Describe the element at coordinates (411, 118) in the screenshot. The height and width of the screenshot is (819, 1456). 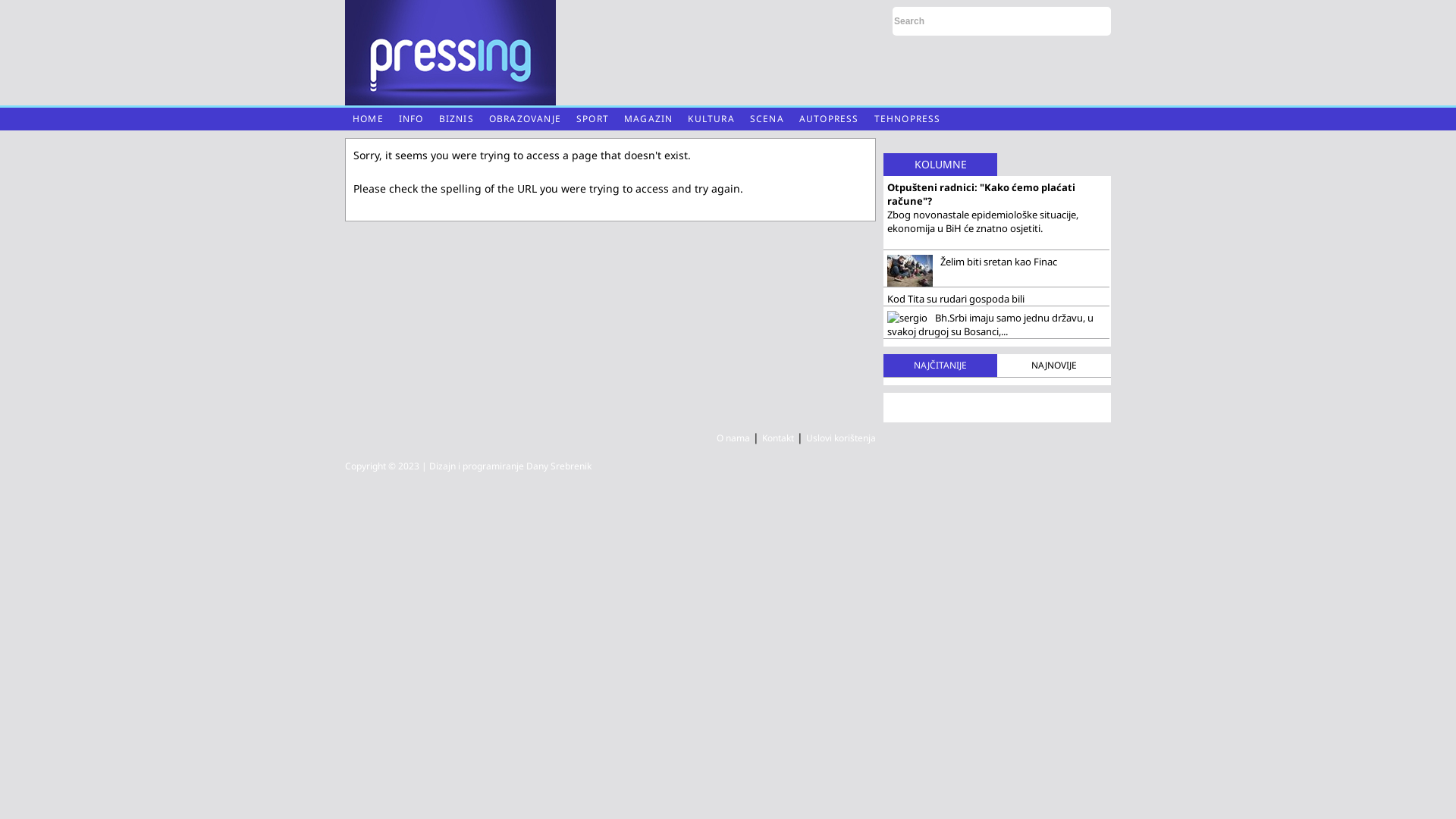
I see `'INFO'` at that location.